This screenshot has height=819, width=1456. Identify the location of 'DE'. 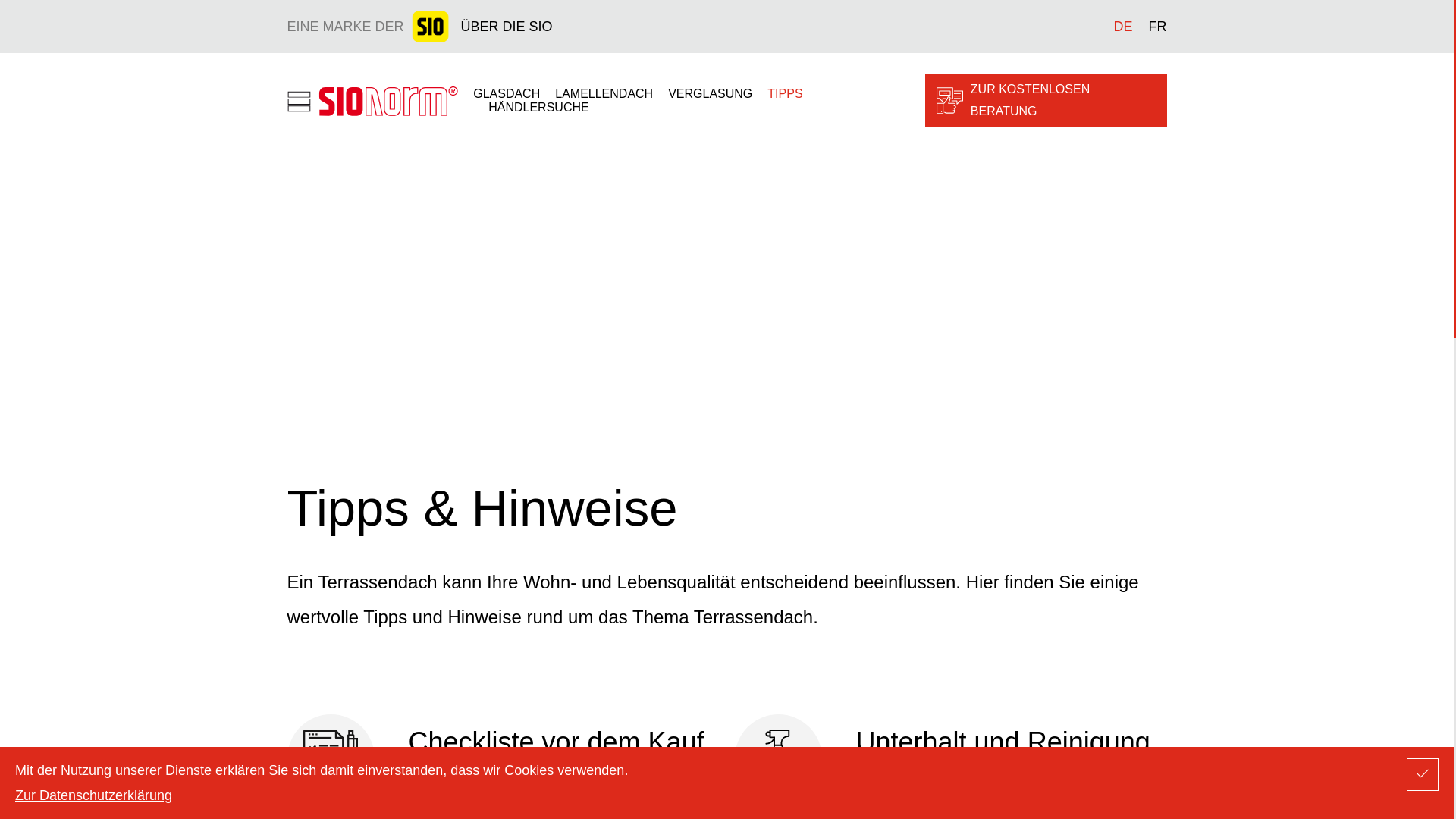
(1113, 26).